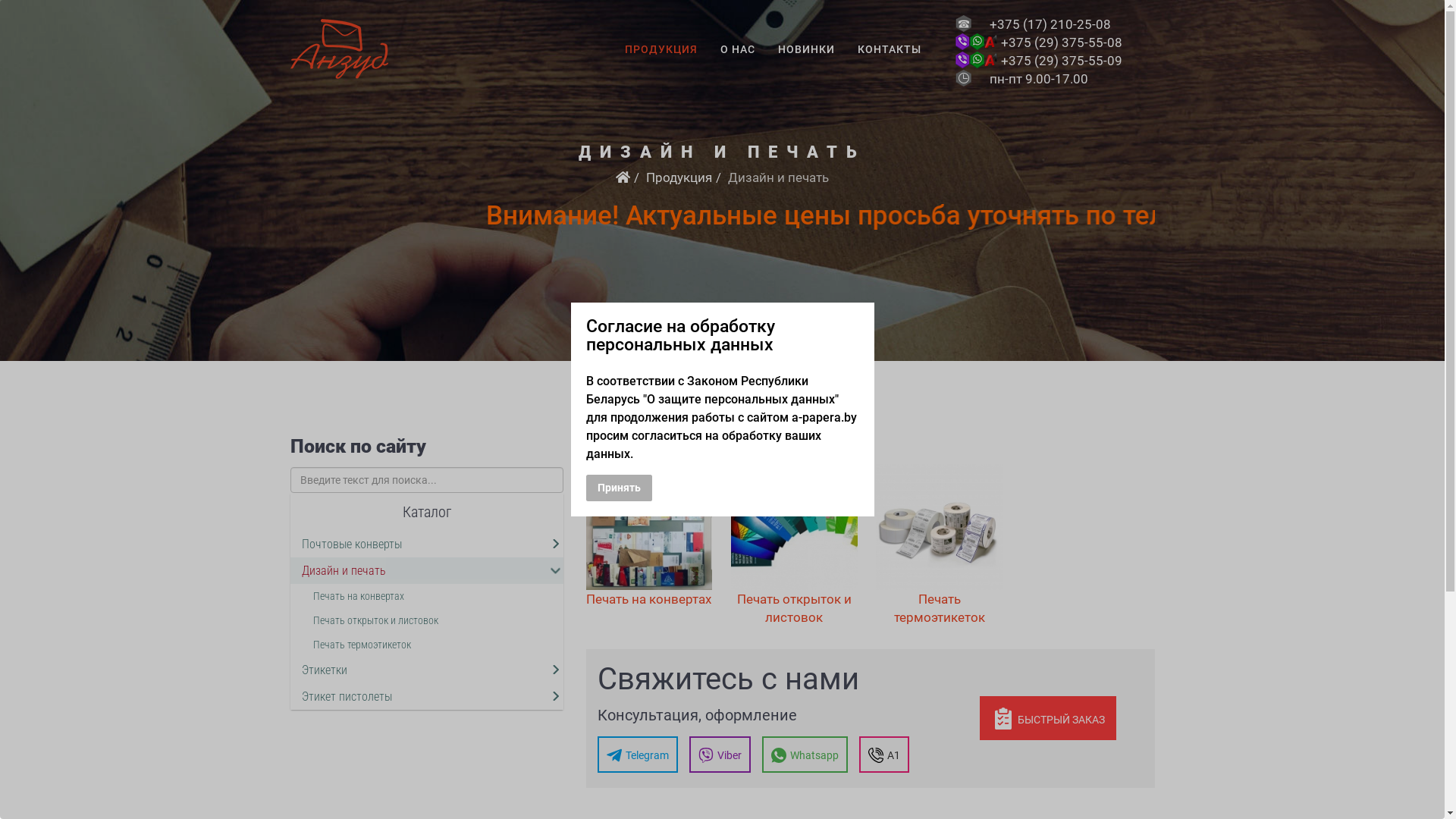 This screenshot has width=1456, height=819. I want to click on 'Telegram', so click(637, 754).